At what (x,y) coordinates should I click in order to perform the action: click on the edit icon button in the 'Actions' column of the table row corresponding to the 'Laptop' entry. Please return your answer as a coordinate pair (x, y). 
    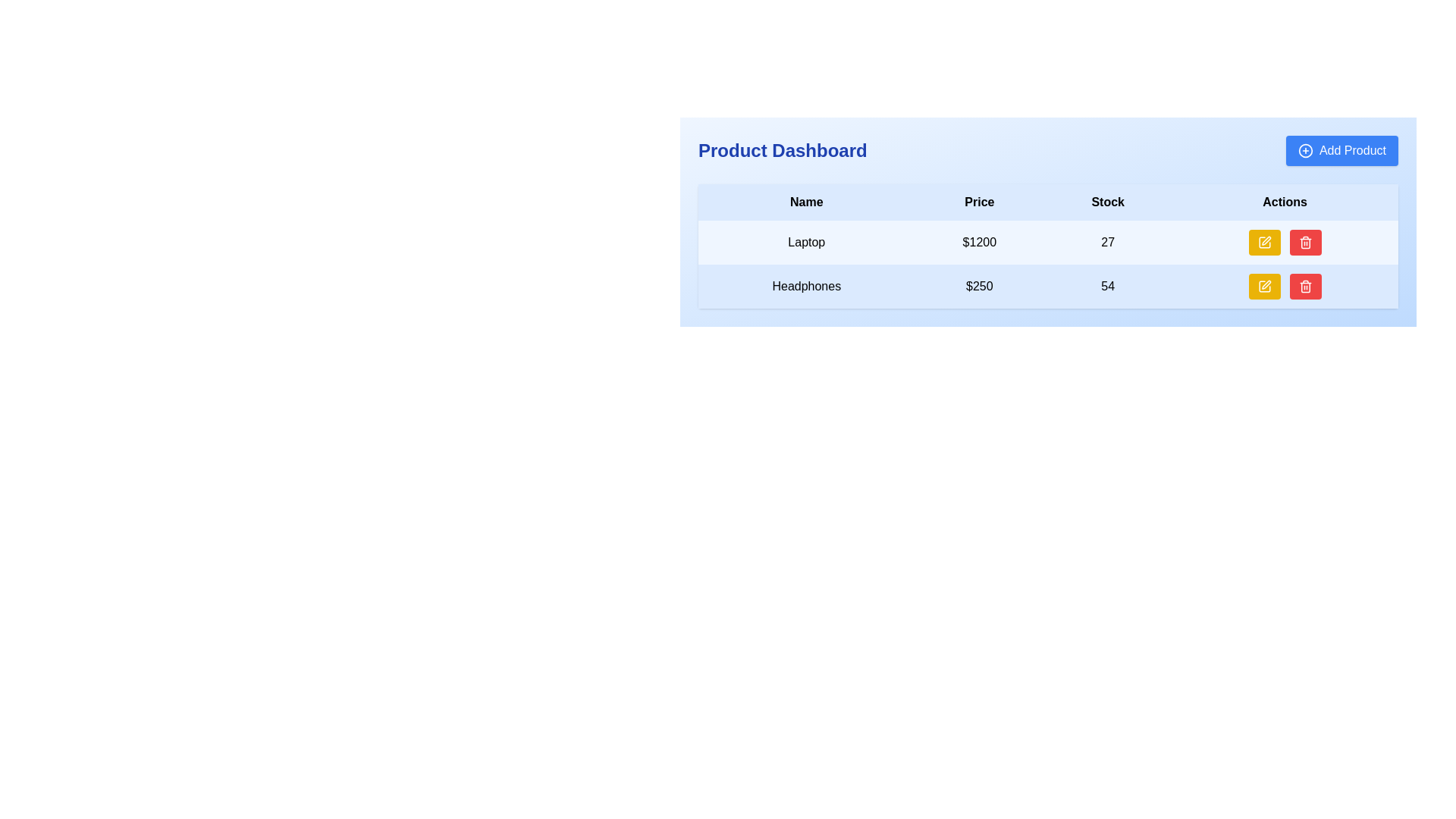
    Looking at the image, I should click on (1264, 242).